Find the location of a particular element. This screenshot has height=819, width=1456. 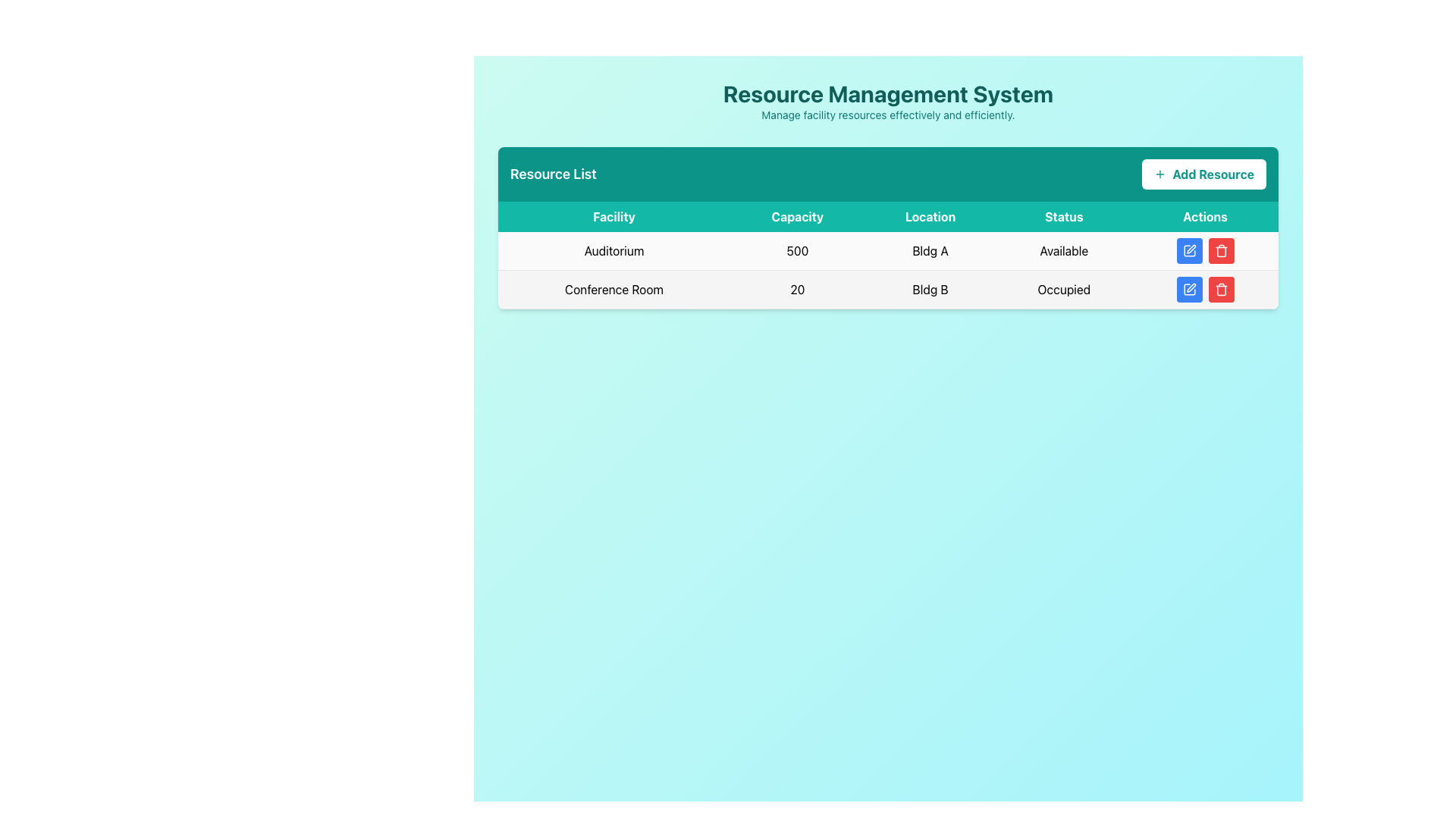

the 'Resource List' text label located in the upper-left part of the teal header bar, which indicates that this area pertains to a list of resources is located at coordinates (552, 174).